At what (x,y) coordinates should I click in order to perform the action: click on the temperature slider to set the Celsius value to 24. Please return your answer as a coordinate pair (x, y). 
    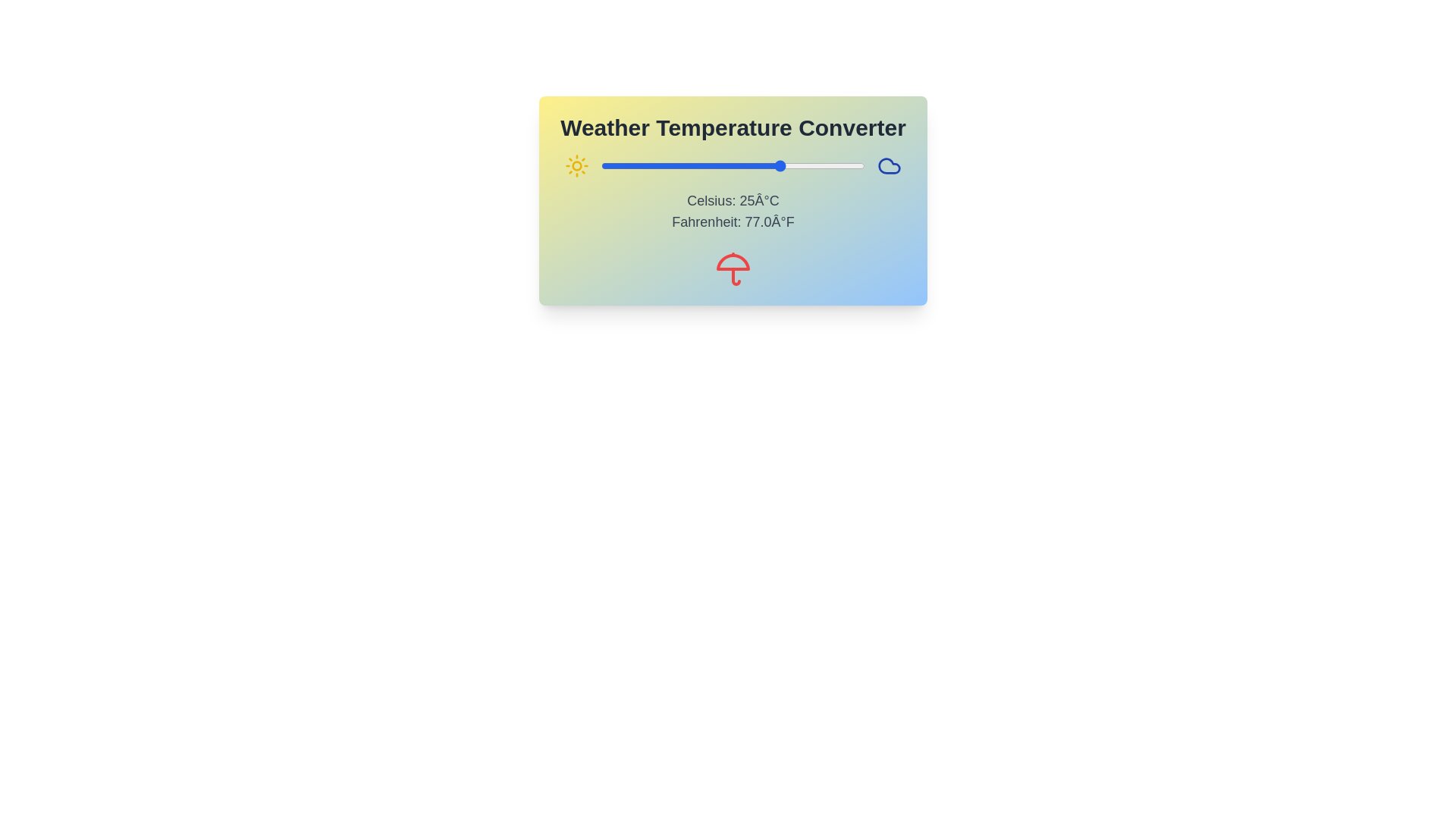
    Looking at the image, I should click on (779, 166).